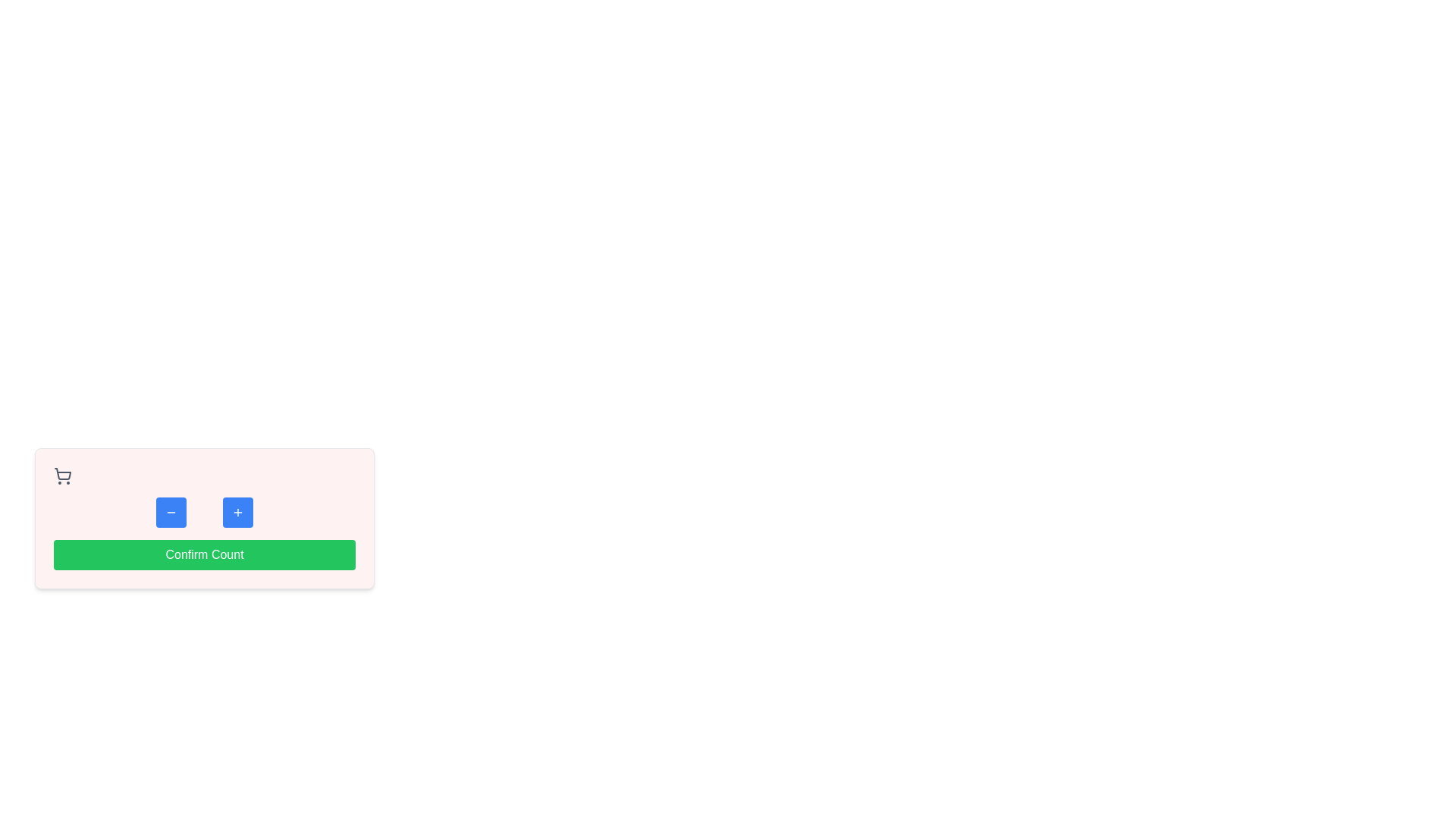 The height and width of the screenshot is (819, 1456). What do you see at coordinates (203, 512) in the screenshot?
I see `the minus button of the numeric adjustment component located in the middle portion of the panel with a light pink background to decrement the count` at bounding box center [203, 512].